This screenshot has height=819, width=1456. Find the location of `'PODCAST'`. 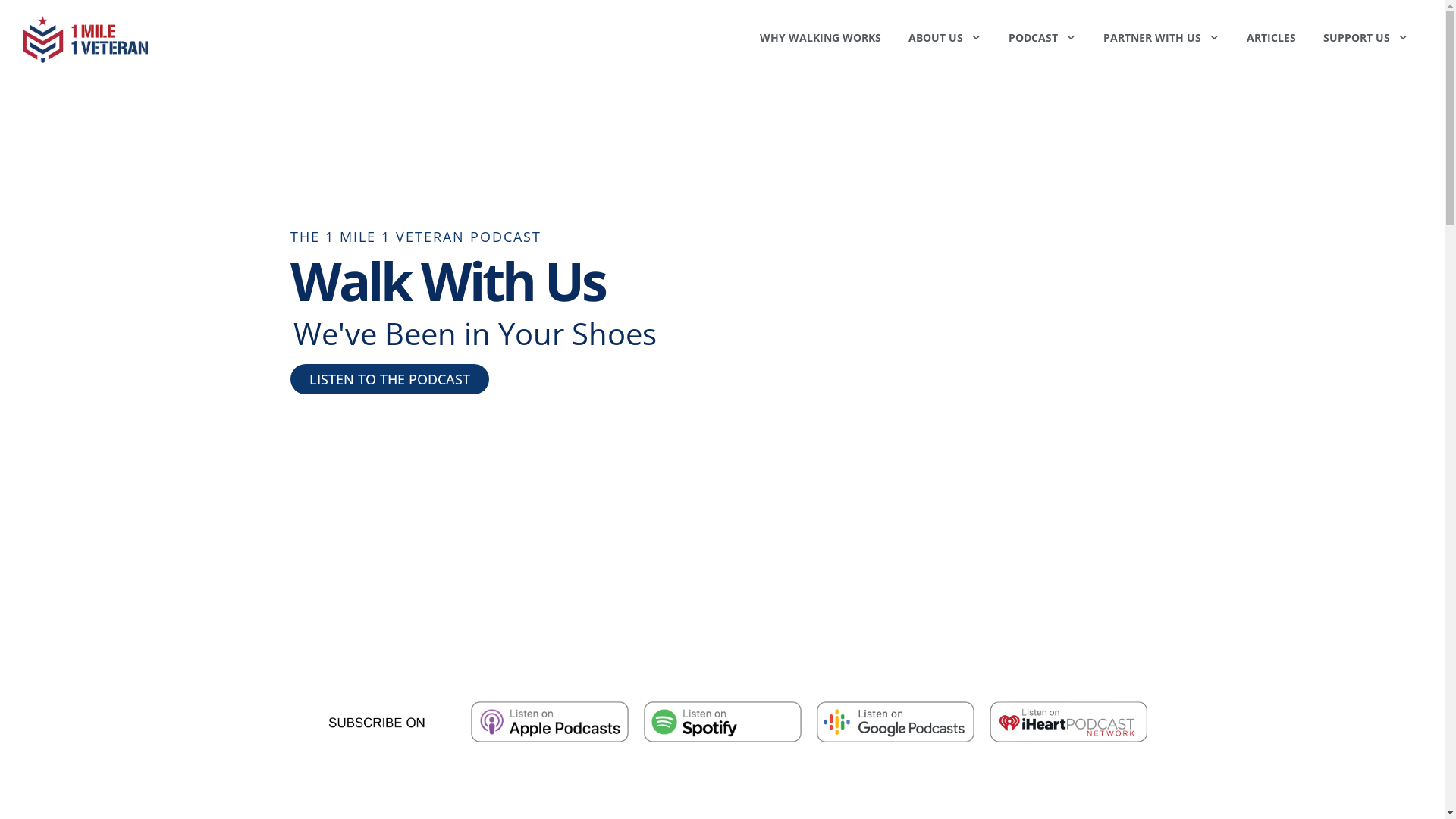

'PODCAST' is located at coordinates (1041, 37).